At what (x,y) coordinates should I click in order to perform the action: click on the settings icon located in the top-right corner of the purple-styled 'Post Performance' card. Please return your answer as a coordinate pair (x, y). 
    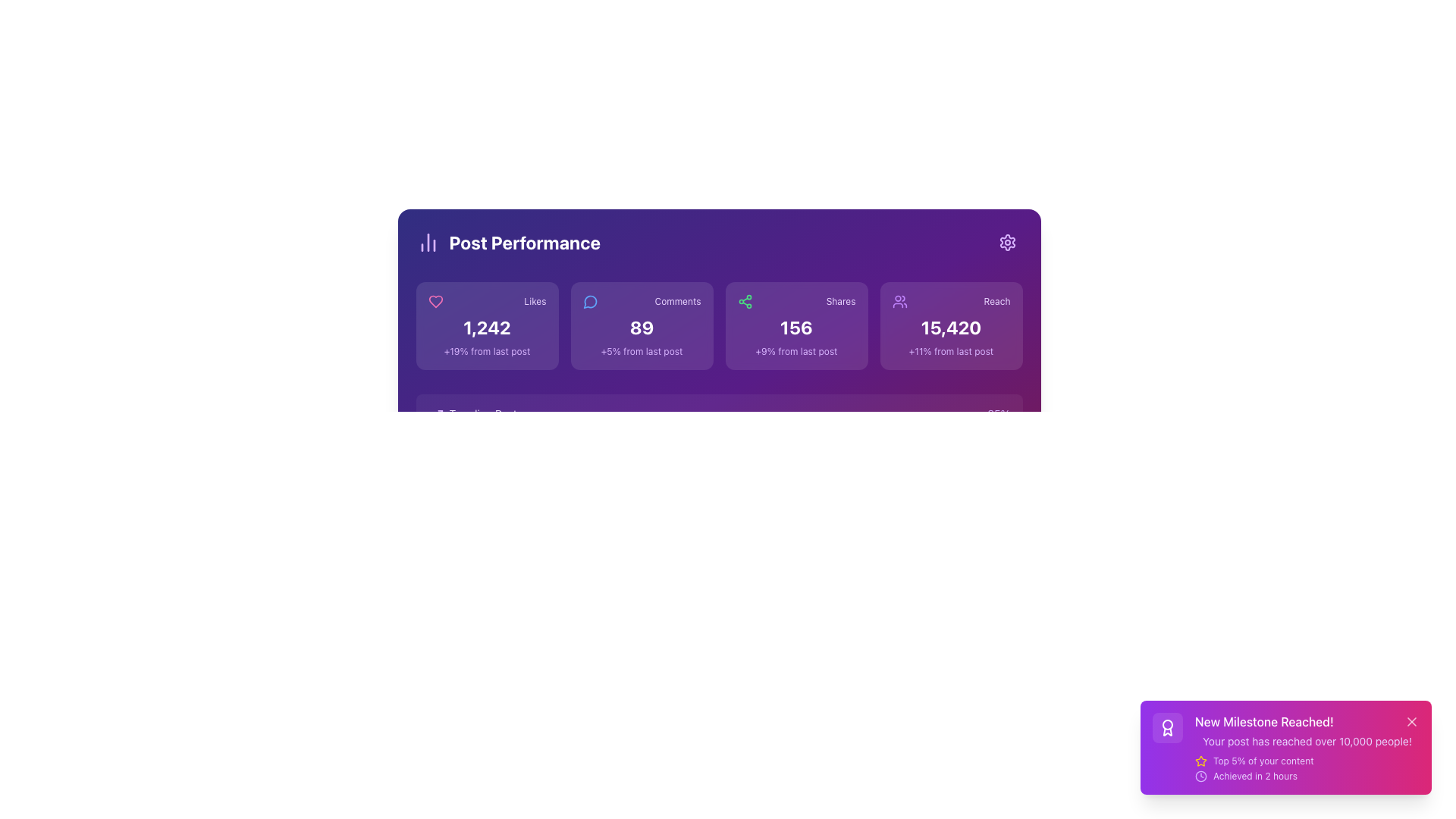
    Looking at the image, I should click on (1007, 242).